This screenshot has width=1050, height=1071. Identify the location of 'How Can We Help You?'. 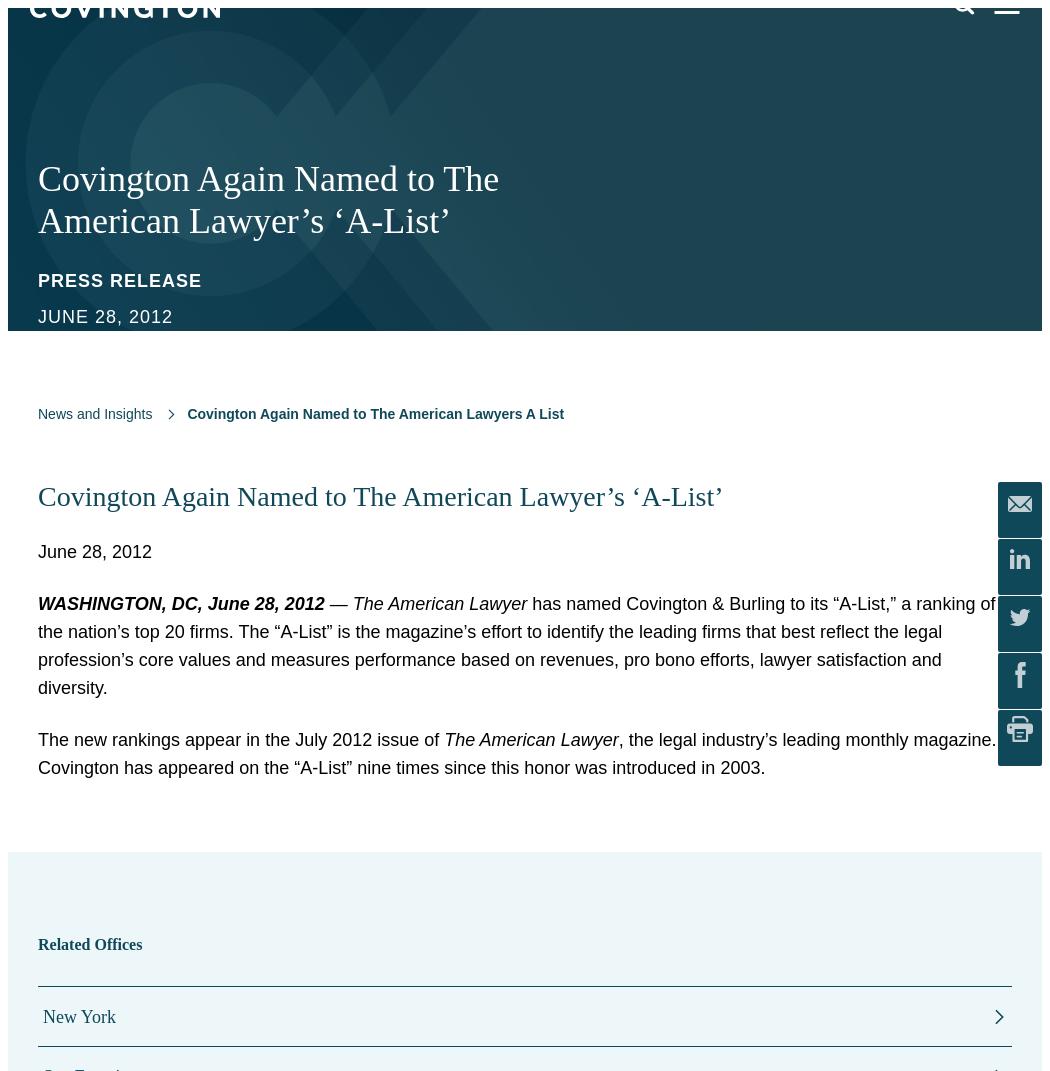
(568, 155).